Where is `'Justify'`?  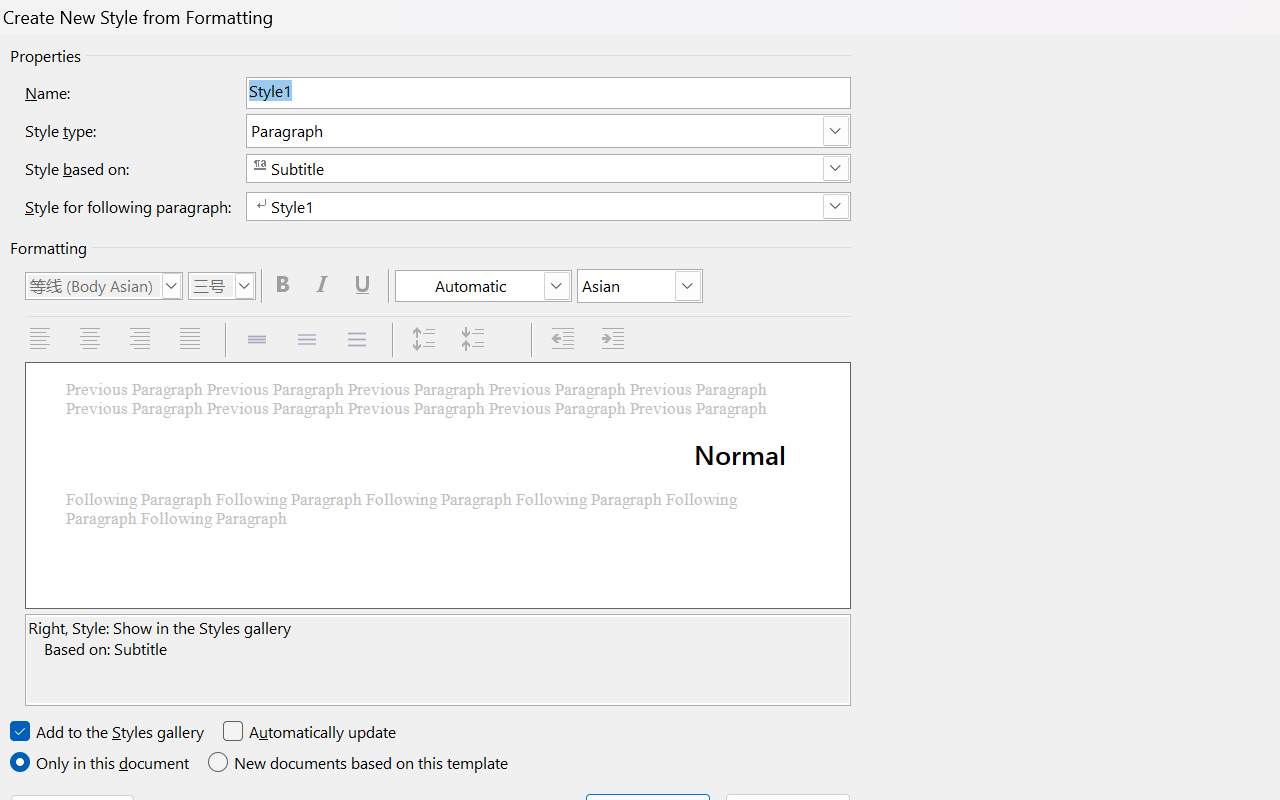
'Justify' is located at coordinates (192, 339).